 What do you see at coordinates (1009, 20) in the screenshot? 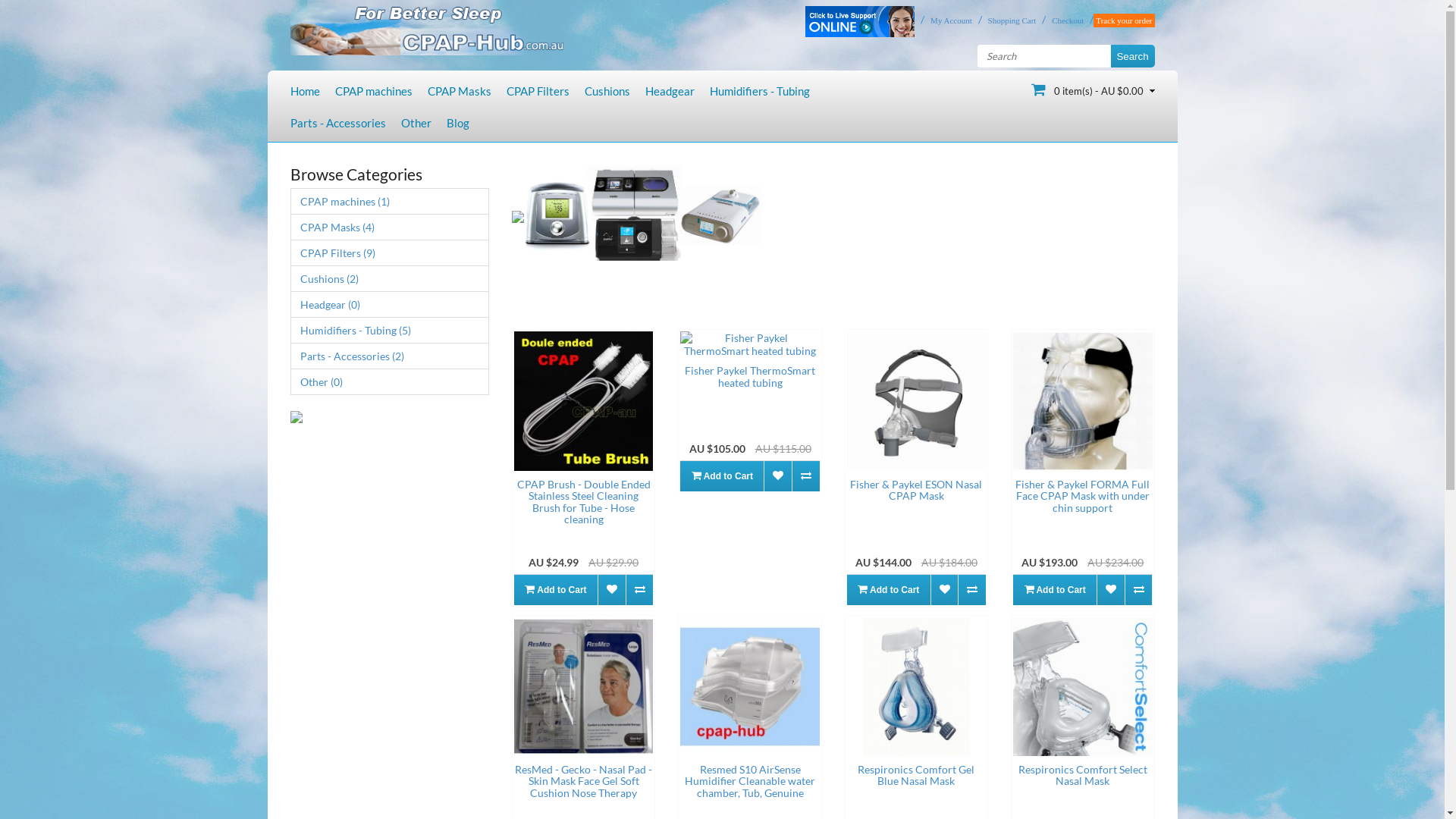
I see `'Shopping Cart'` at bounding box center [1009, 20].